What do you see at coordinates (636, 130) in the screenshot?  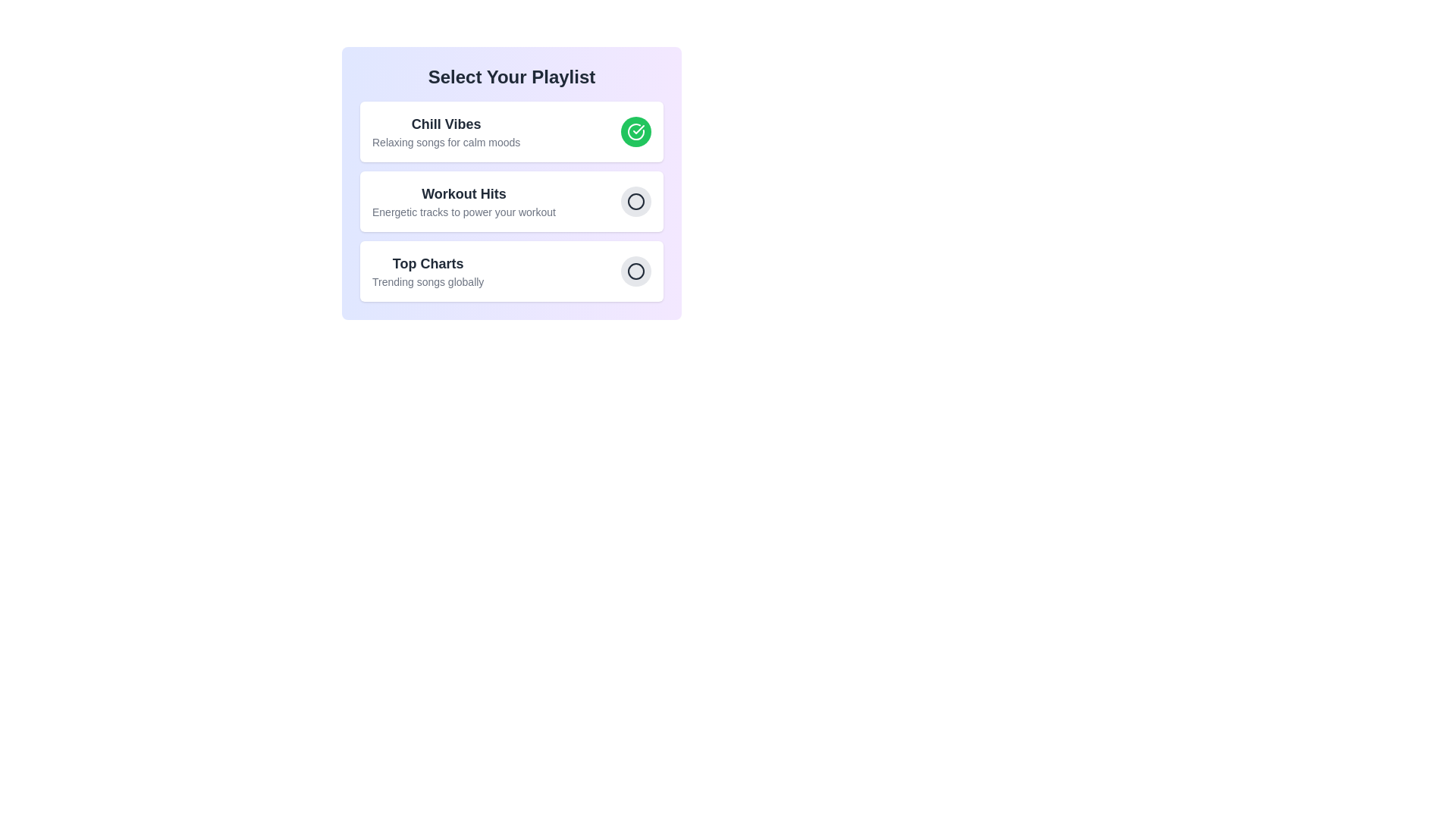 I see `the playlist identified by Chill Vibes` at bounding box center [636, 130].